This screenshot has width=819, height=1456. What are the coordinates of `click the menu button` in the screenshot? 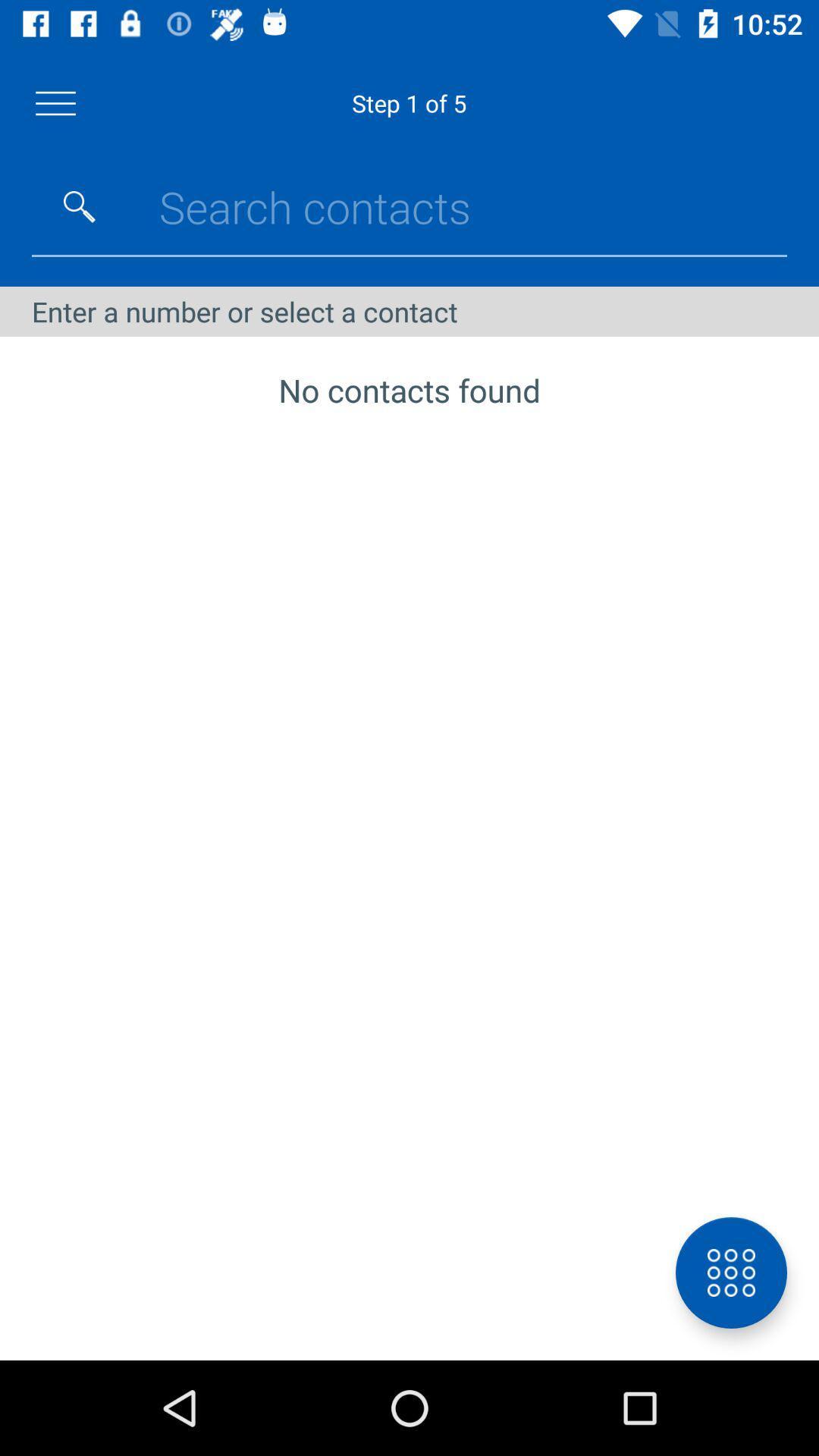 It's located at (55, 102).